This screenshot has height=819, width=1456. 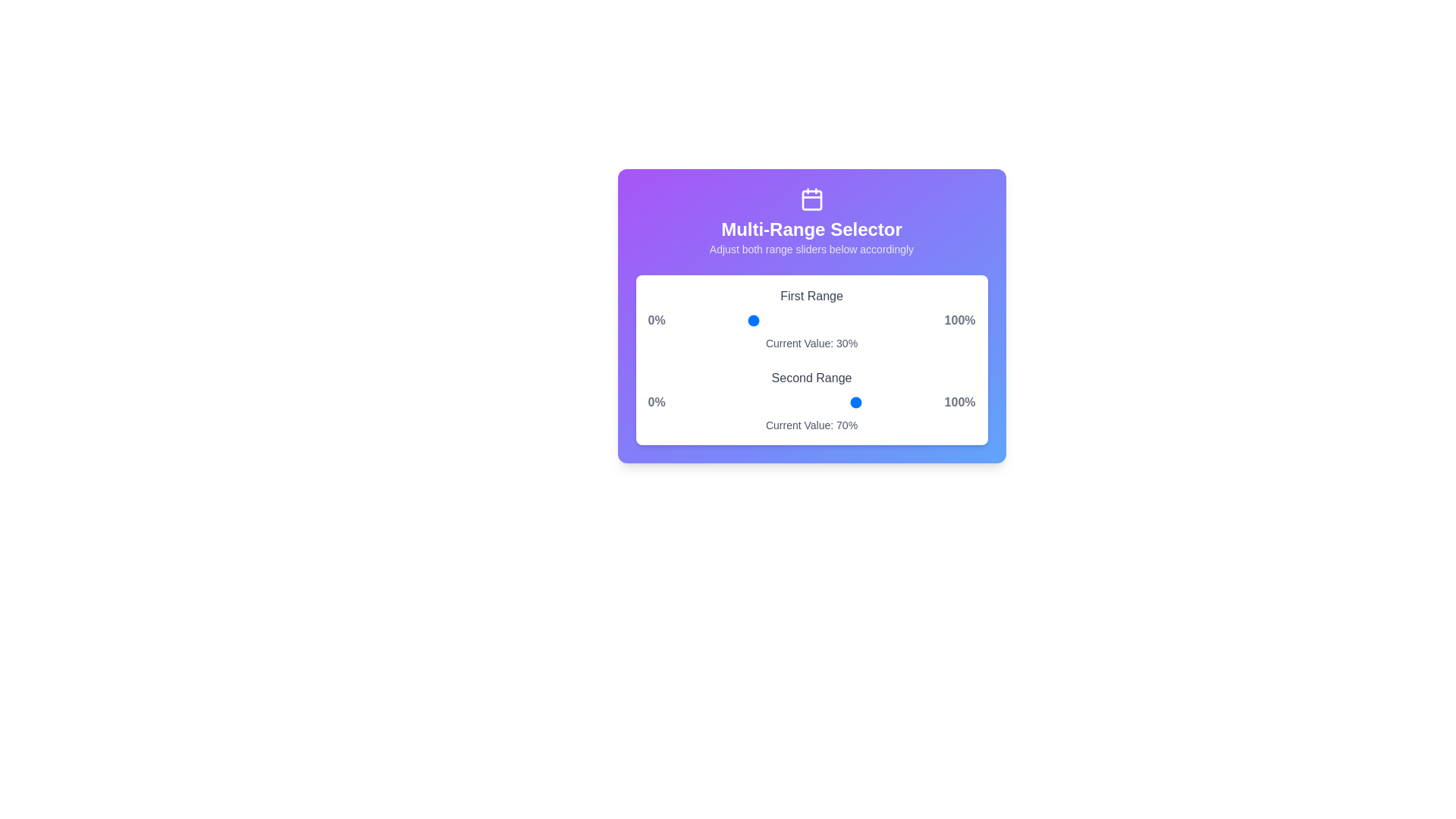 What do you see at coordinates (684, 402) in the screenshot?
I see `the second range slider` at bounding box center [684, 402].